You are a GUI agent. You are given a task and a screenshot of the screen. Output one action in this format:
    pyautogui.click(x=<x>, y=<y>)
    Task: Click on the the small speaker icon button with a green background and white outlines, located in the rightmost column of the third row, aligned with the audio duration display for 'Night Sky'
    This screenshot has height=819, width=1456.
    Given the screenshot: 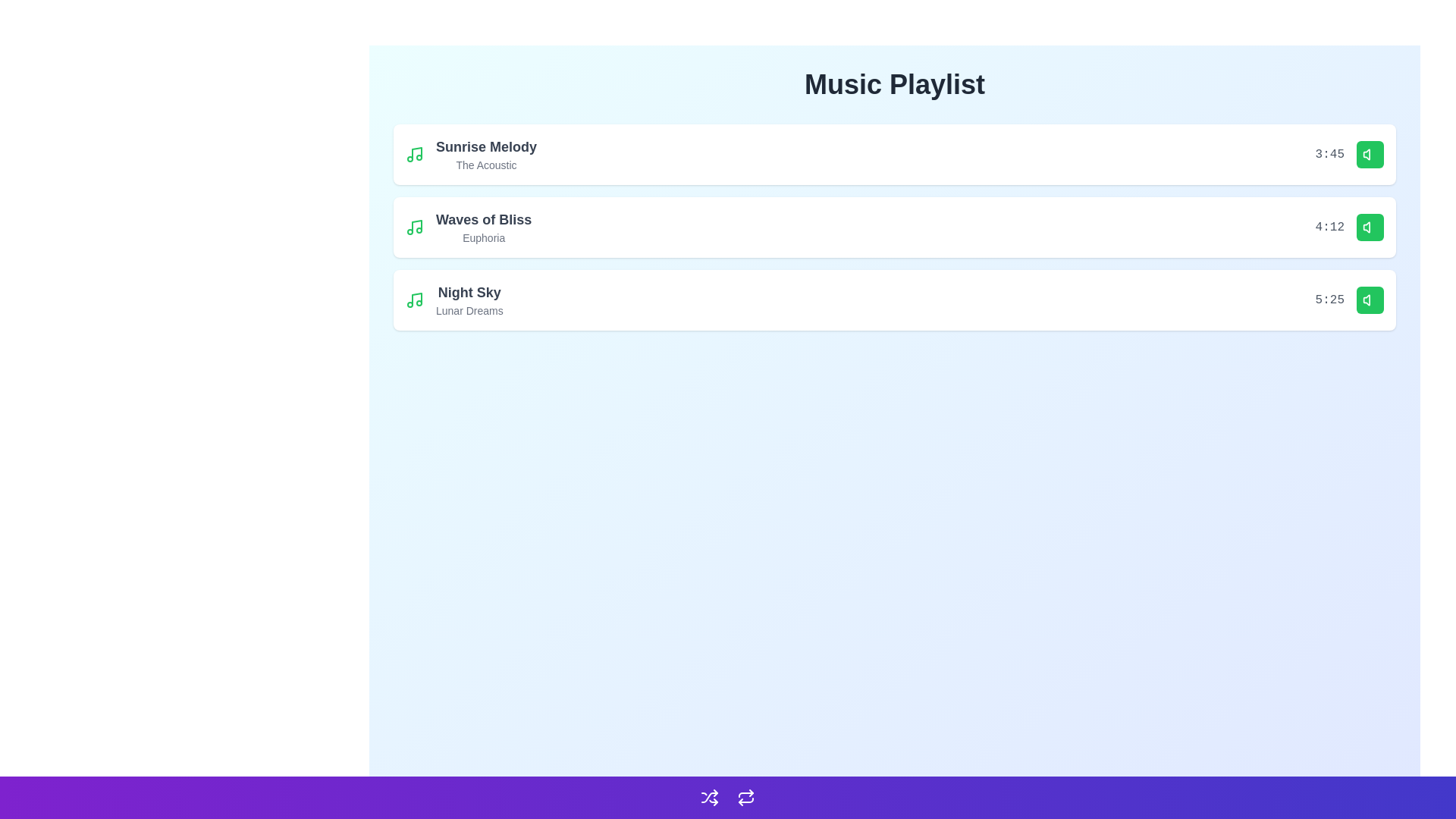 What is the action you would take?
    pyautogui.click(x=1370, y=155)
    